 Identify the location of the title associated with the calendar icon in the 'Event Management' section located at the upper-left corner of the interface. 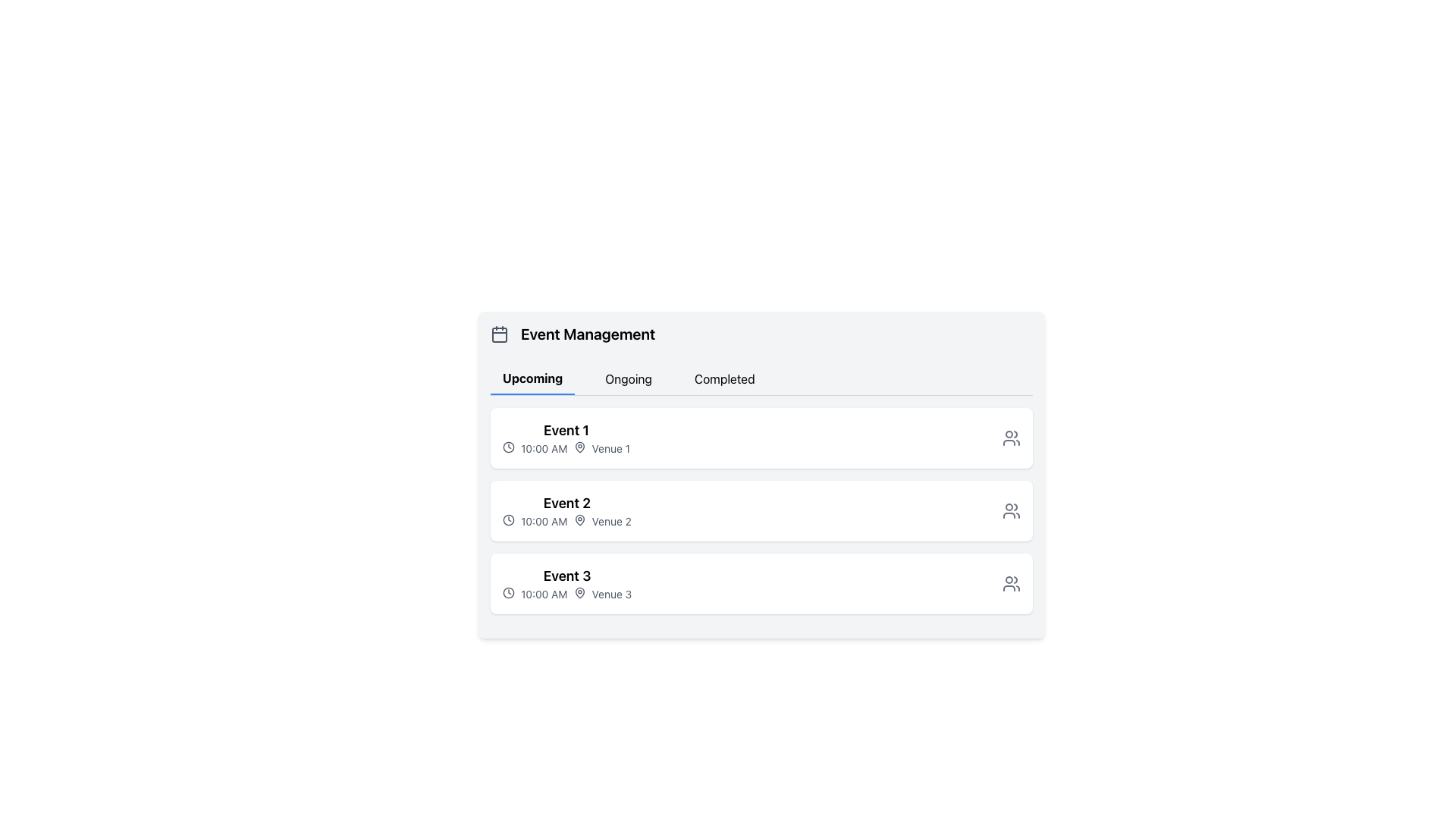
(499, 334).